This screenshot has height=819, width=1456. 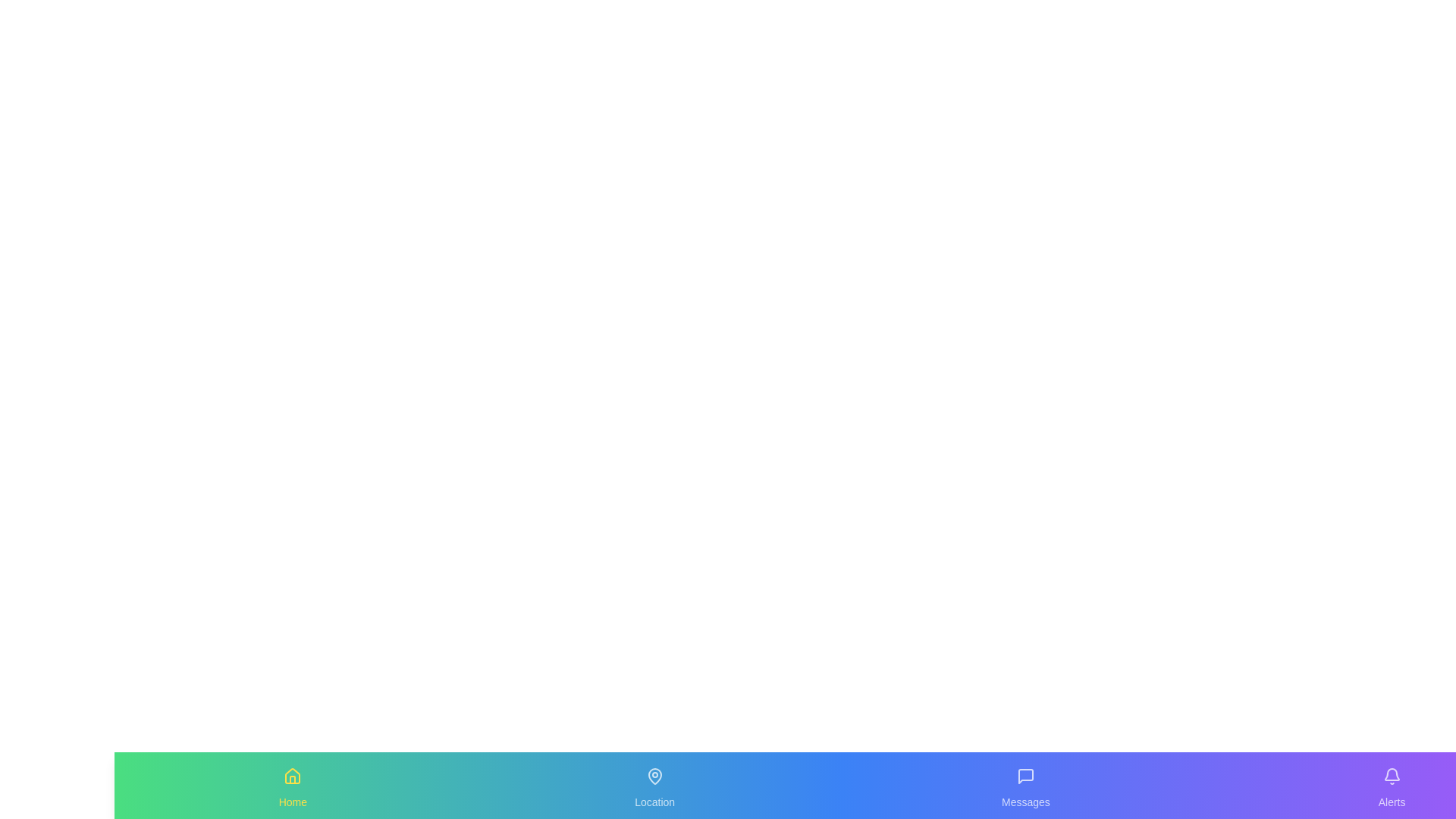 What do you see at coordinates (1391, 776) in the screenshot?
I see `the icon labeled 'Alerts' to observe its hover effect` at bounding box center [1391, 776].